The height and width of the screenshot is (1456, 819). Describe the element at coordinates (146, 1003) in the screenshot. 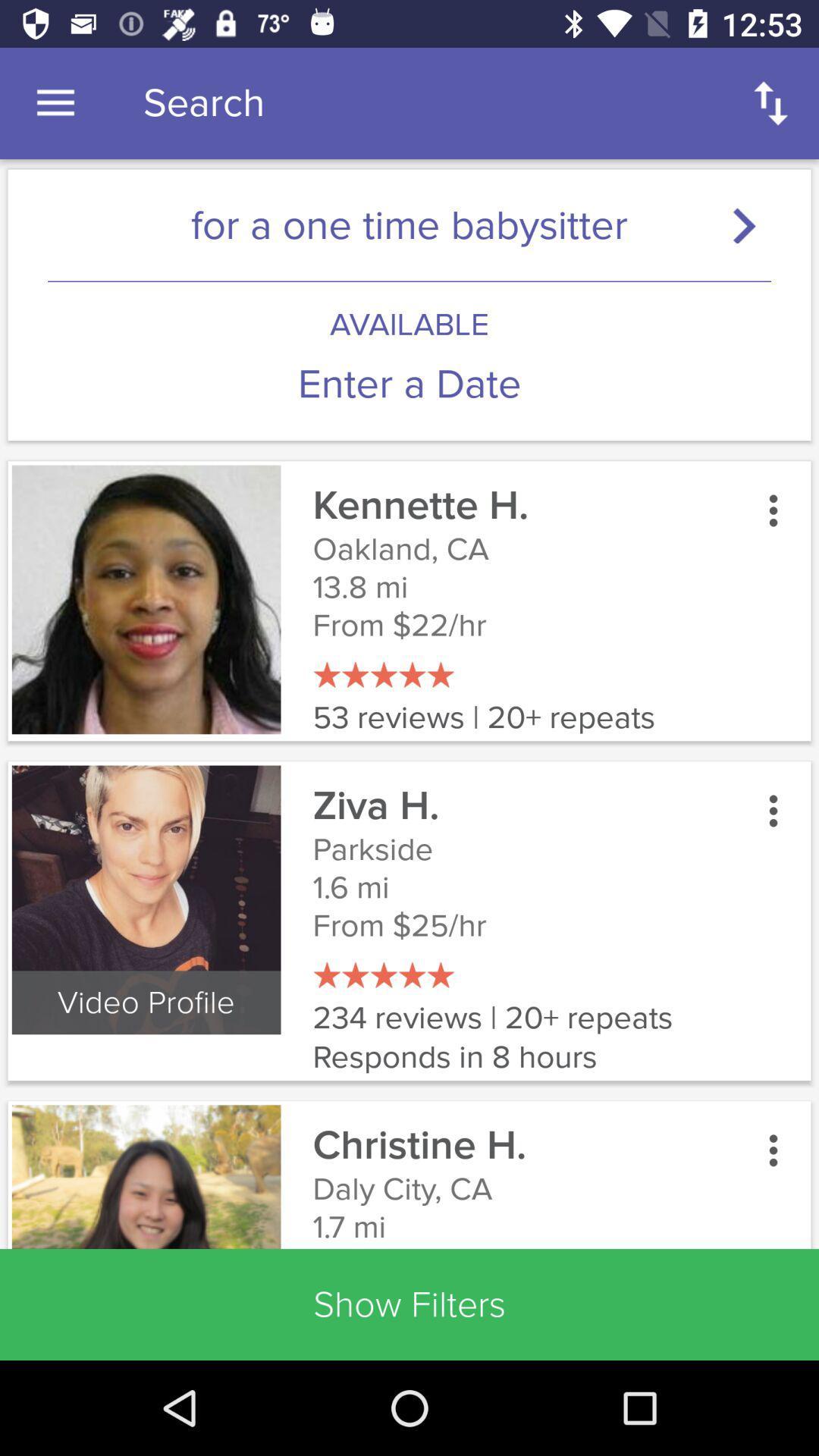

I see `the video profile icon` at that location.